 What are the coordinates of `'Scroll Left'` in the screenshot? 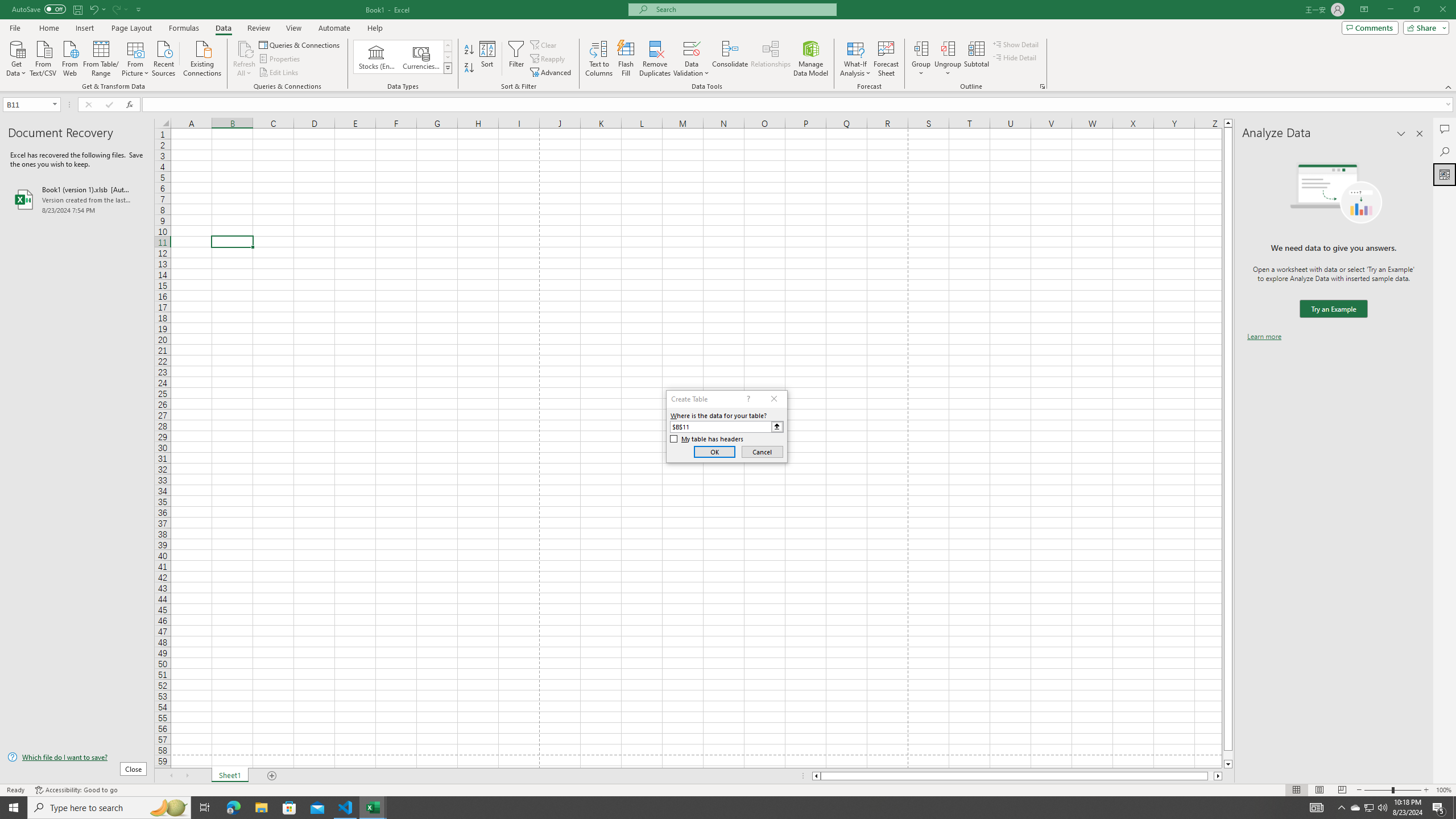 It's located at (170, 775).